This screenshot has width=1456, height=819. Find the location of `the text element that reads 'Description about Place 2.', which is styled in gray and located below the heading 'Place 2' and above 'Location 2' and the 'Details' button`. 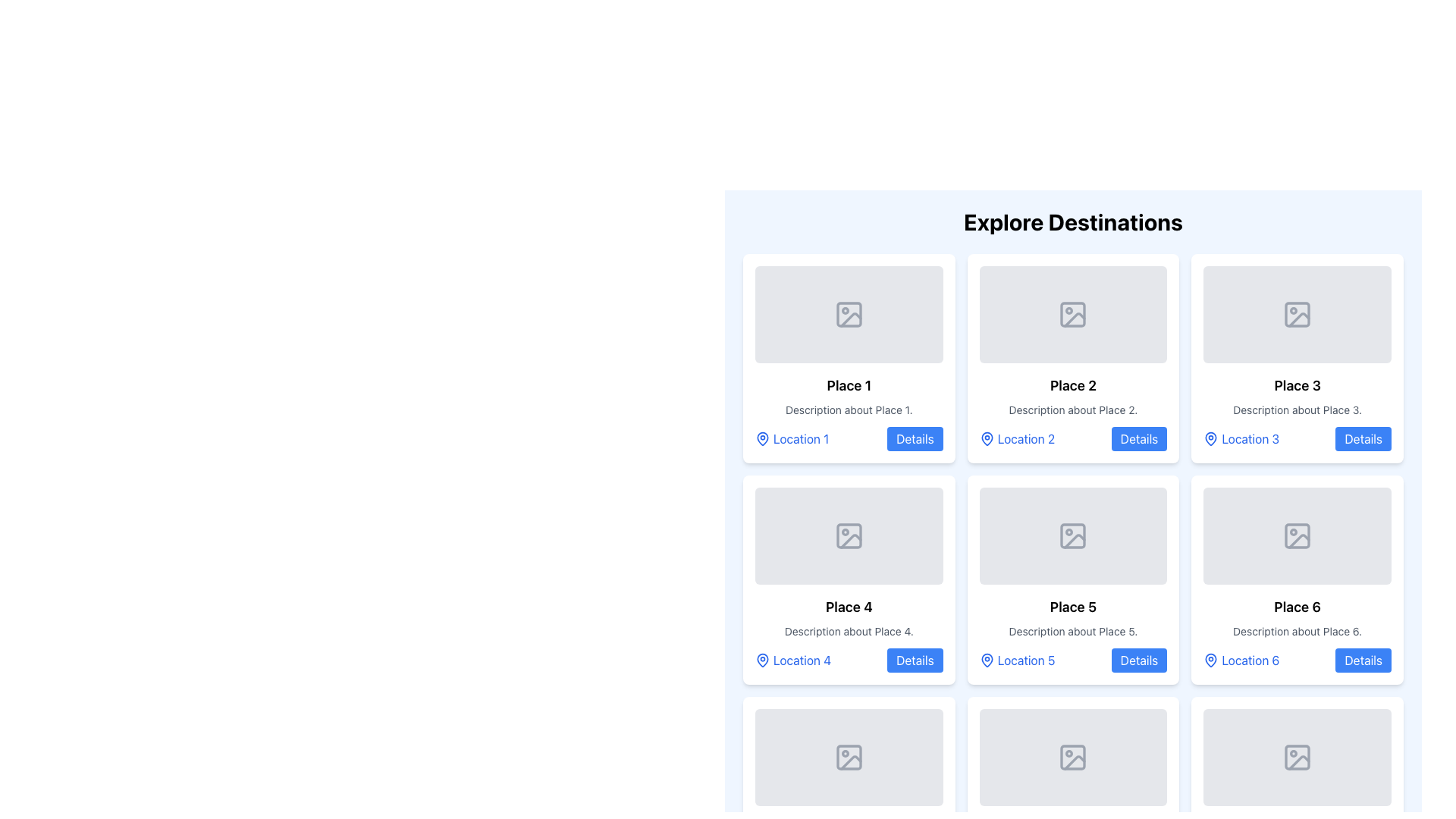

the text element that reads 'Description about Place 2.', which is styled in gray and located below the heading 'Place 2' and above 'Location 2' and the 'Details' button is located at coordinates (1072, 409).